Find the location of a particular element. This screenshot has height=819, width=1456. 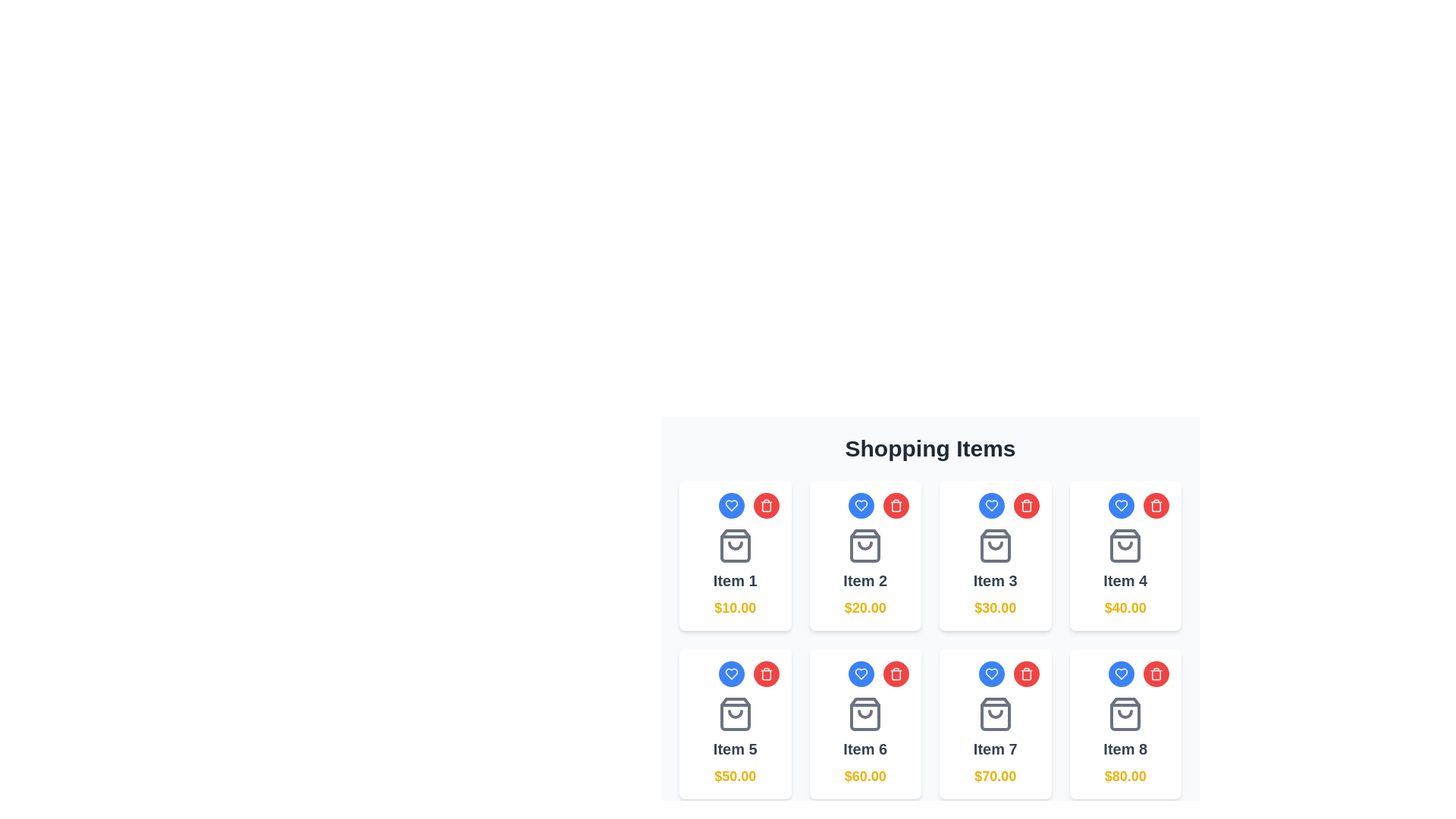

the 'Item 5' text label element, which is styled with a bold sans-serif font, located in the second row and first column of the visible grid layout, above the price label '$50.00' and below a shopping bag icon is located at coordinates (735, 748).